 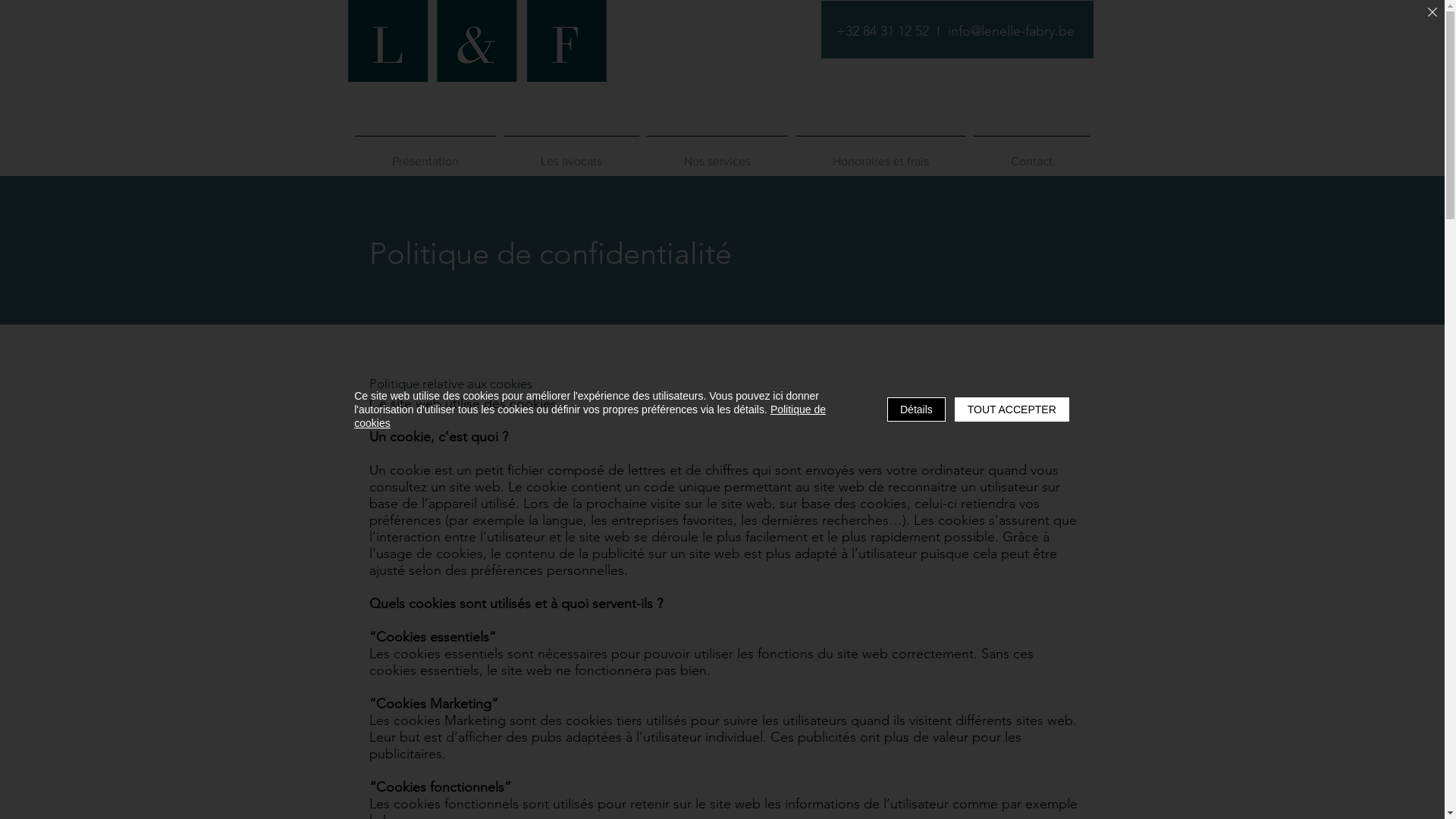 I want to click on 'Nos services', so click(x=716, y=155).